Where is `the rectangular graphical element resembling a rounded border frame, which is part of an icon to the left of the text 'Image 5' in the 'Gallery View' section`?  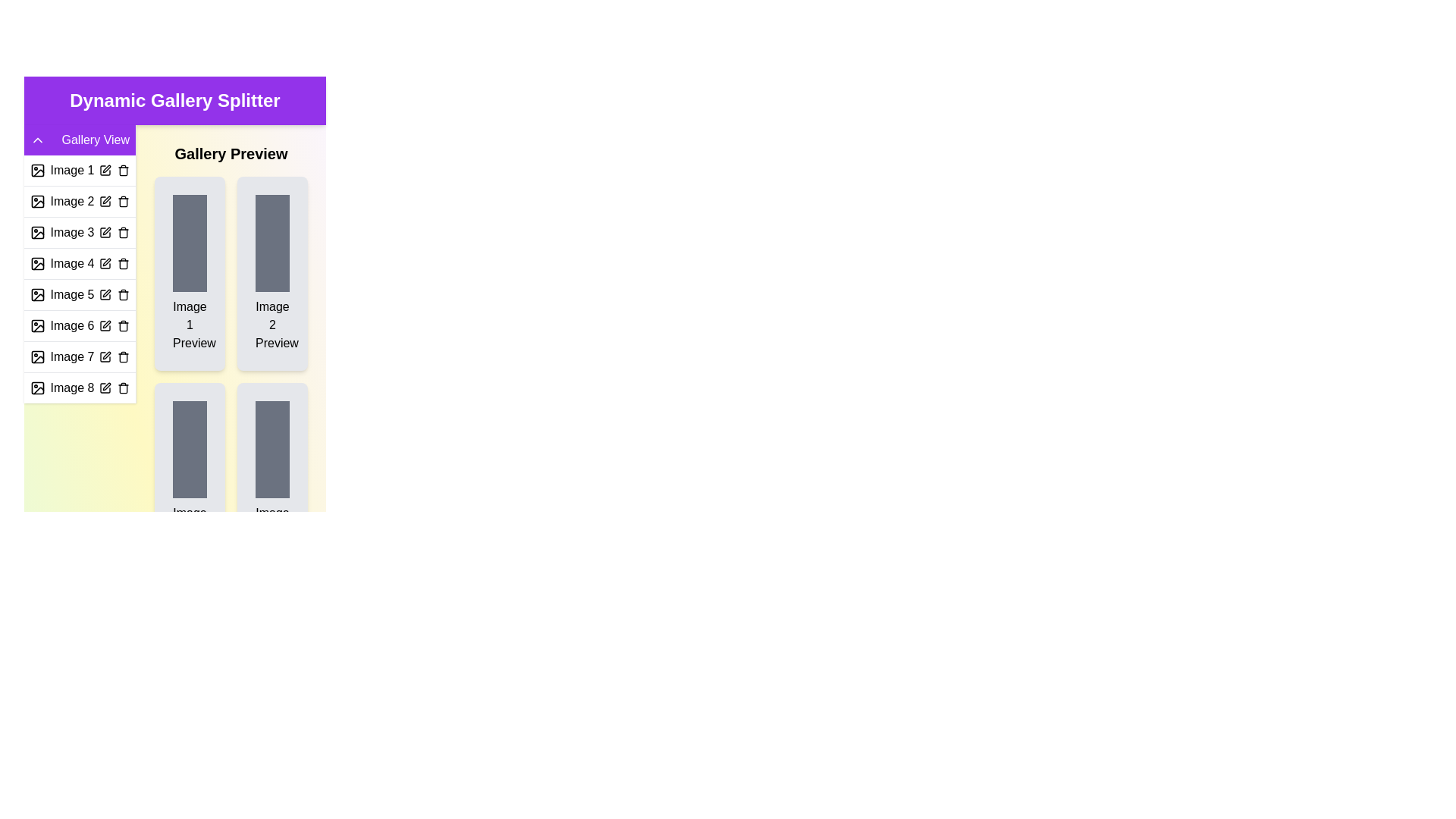 the rectangular graphical element resembling a rounded border frame, which is part of an icon to the left of the text 'Image 5' in the 'Gallery View' section is located at coordinates (37, 295).